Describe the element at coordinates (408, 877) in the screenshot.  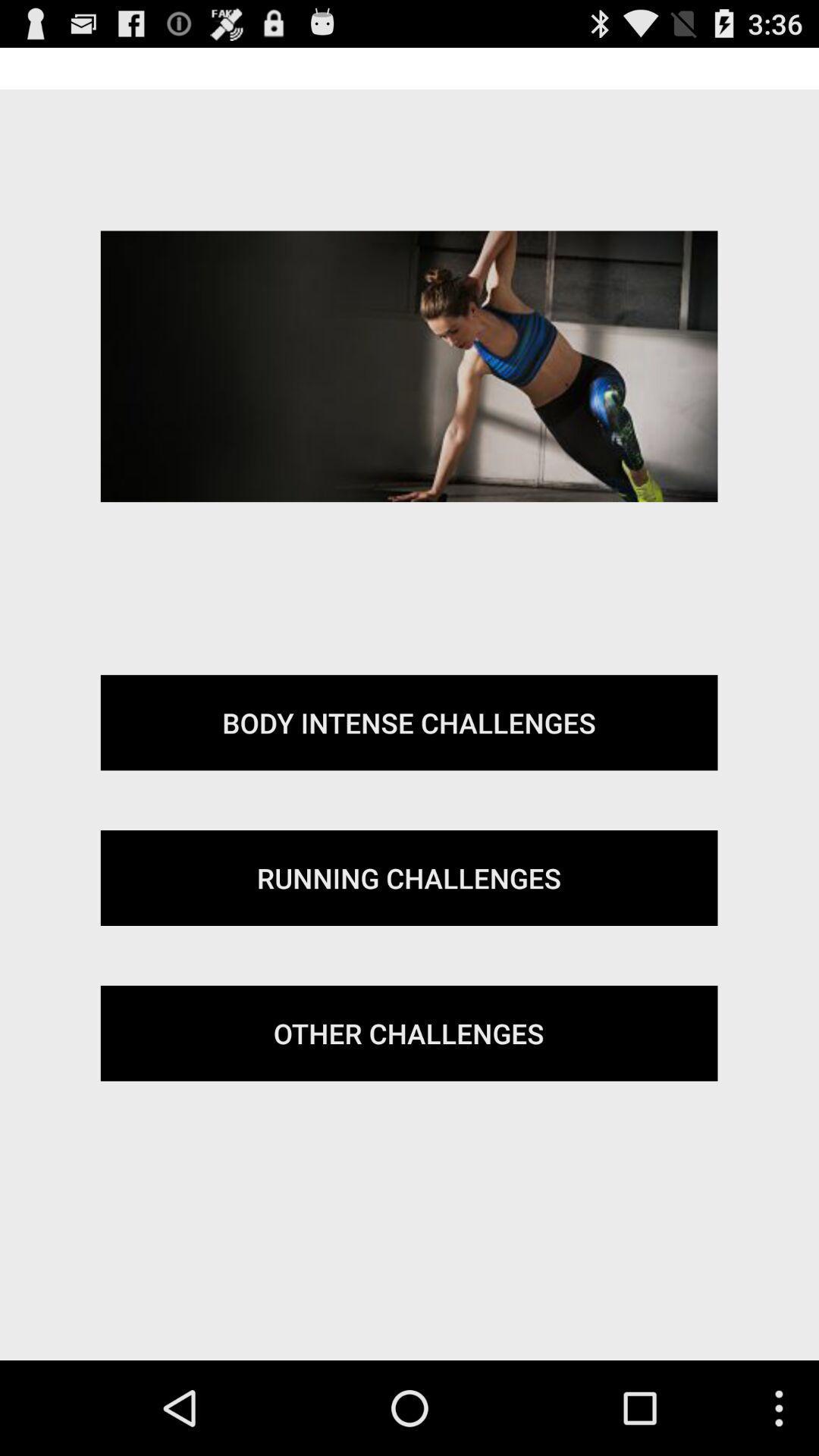
I see `the item above the other challenges icon` at that location.